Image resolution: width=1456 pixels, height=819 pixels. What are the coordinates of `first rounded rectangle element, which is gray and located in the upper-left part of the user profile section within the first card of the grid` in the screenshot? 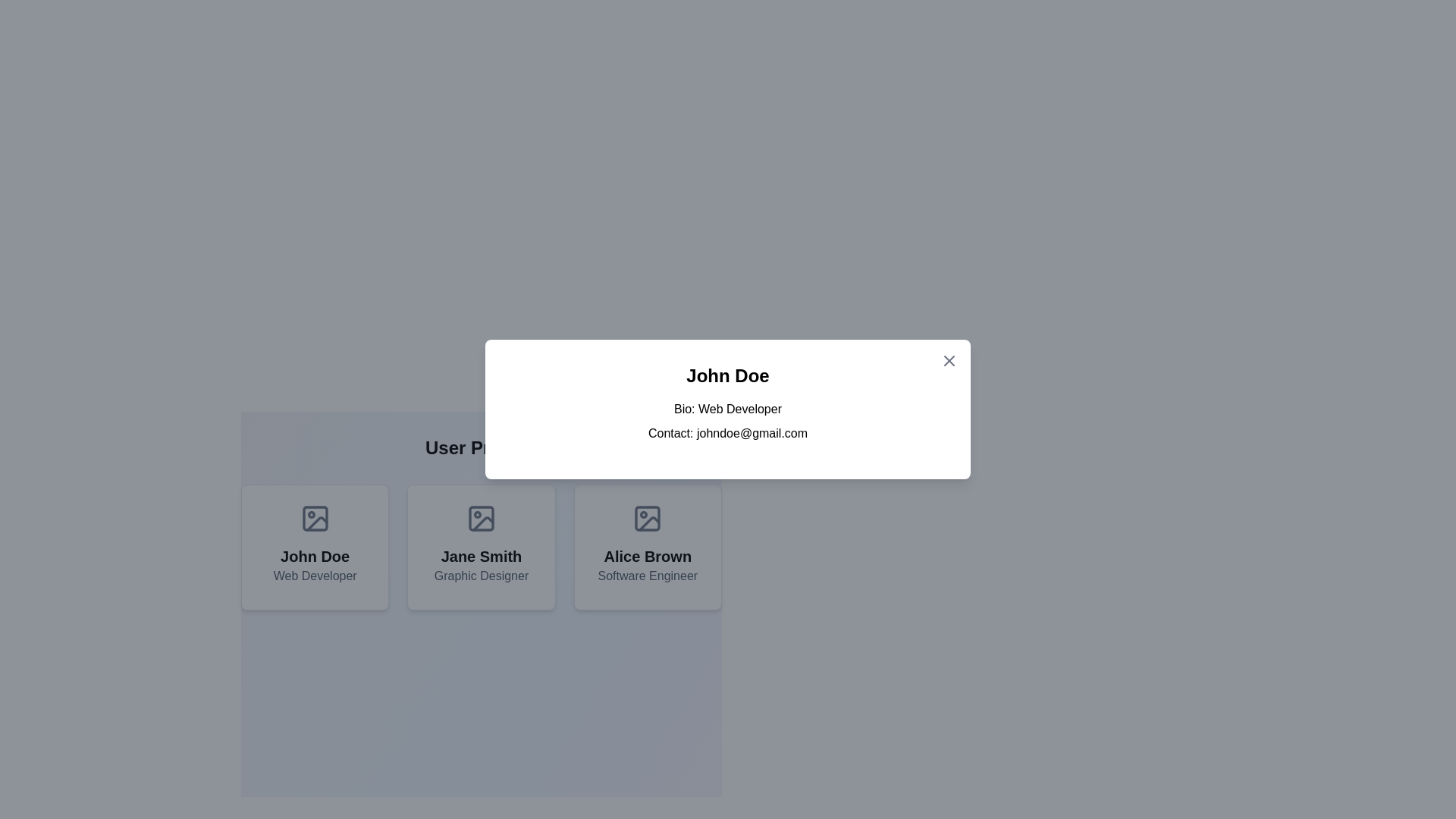 It's located at (314, 517).